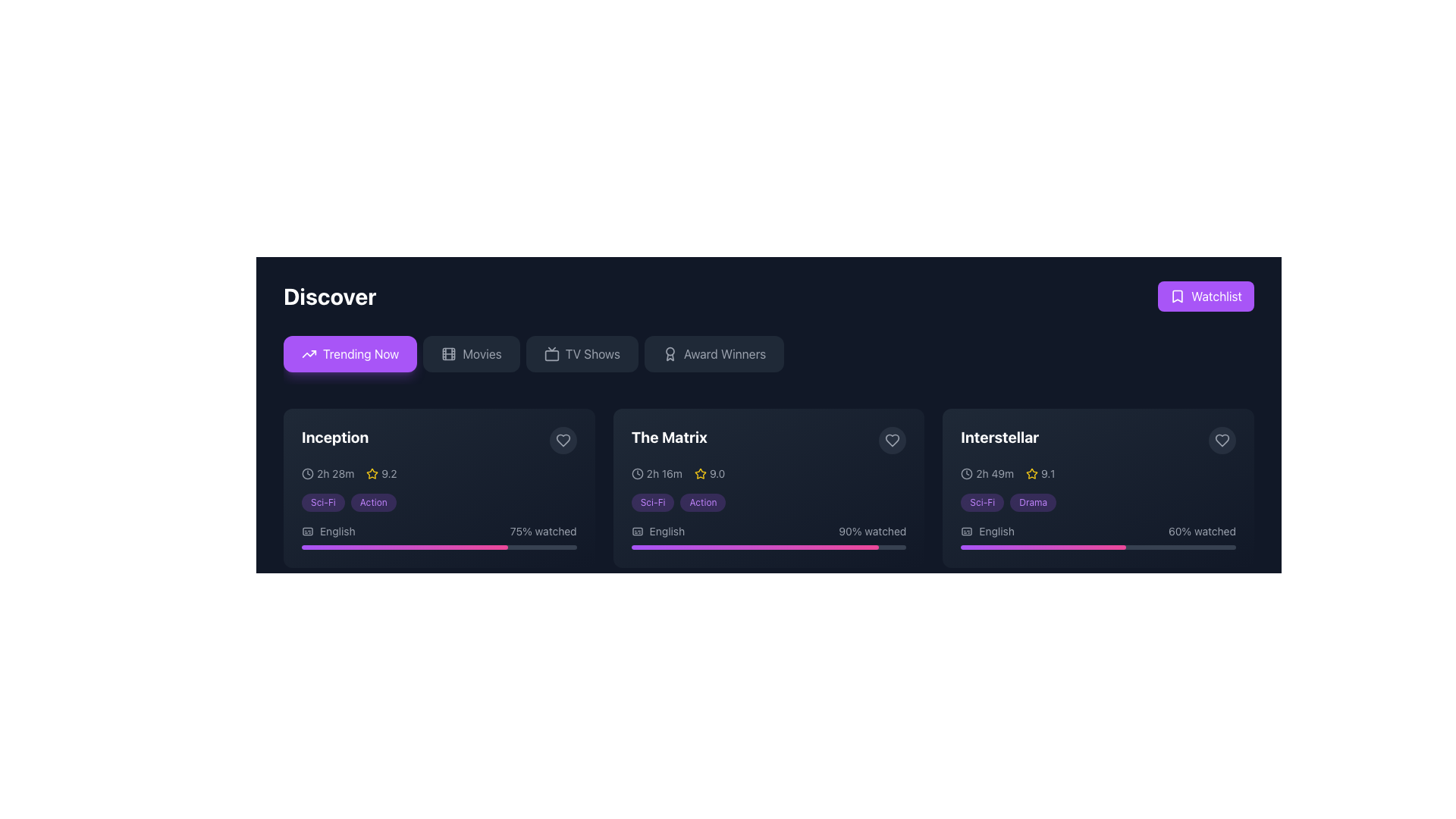 The image size is (1456, 819). I want to click on the Visual rating indicator consisting of a yellow star icon and the numeric text '9.2', located in the bottom-left section of the first card (Inception), aligned with the '2h 28m' label, so click(381, 472).